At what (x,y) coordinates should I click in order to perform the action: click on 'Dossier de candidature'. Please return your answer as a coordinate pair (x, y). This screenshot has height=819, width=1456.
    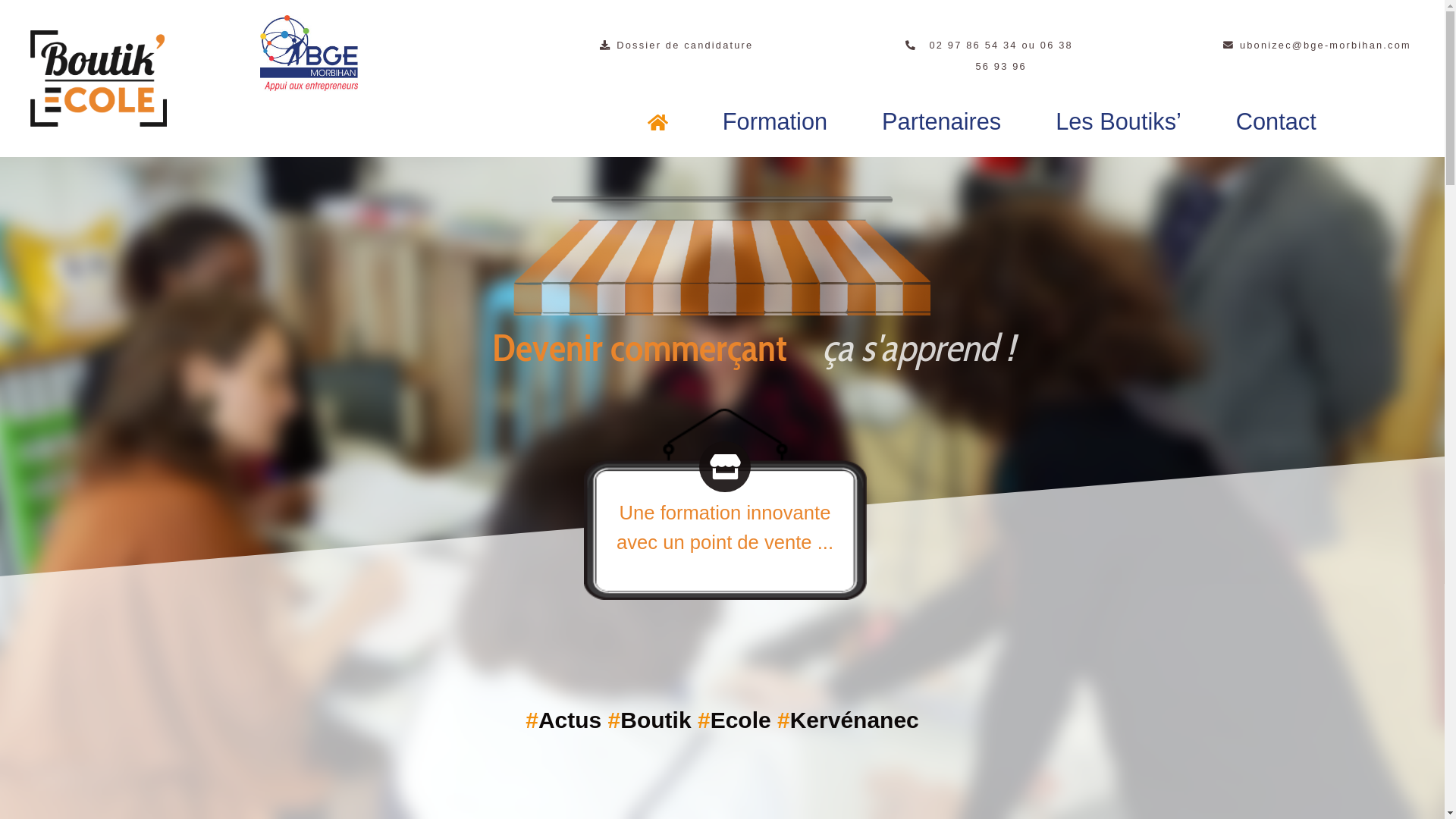
    Looking at the image, I should click on (676, 45).